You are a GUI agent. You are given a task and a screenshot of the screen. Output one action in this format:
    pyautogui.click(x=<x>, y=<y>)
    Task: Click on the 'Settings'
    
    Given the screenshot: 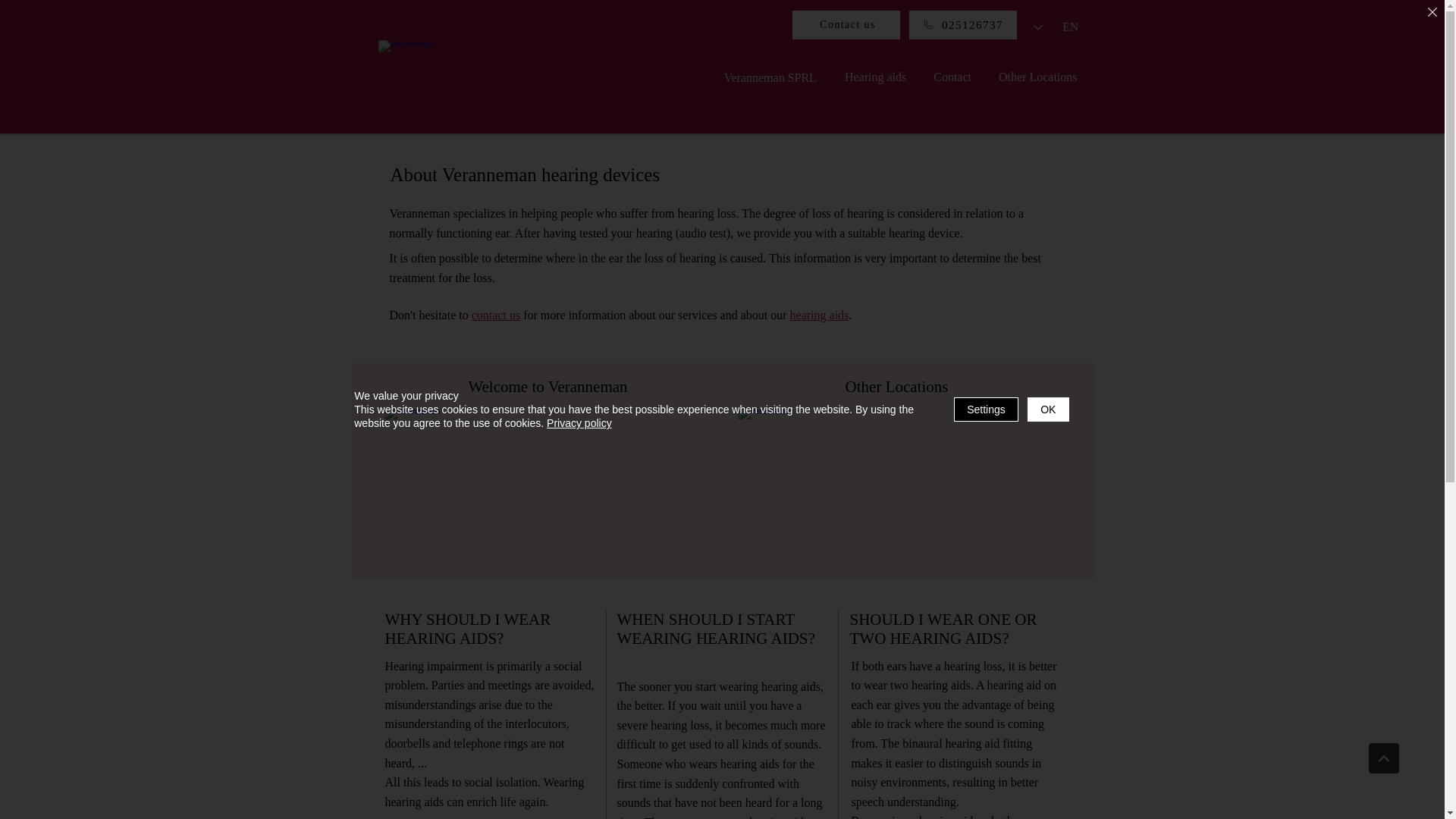 What is the action you would take?
    pyautogui.click(x=986, y=409)
    